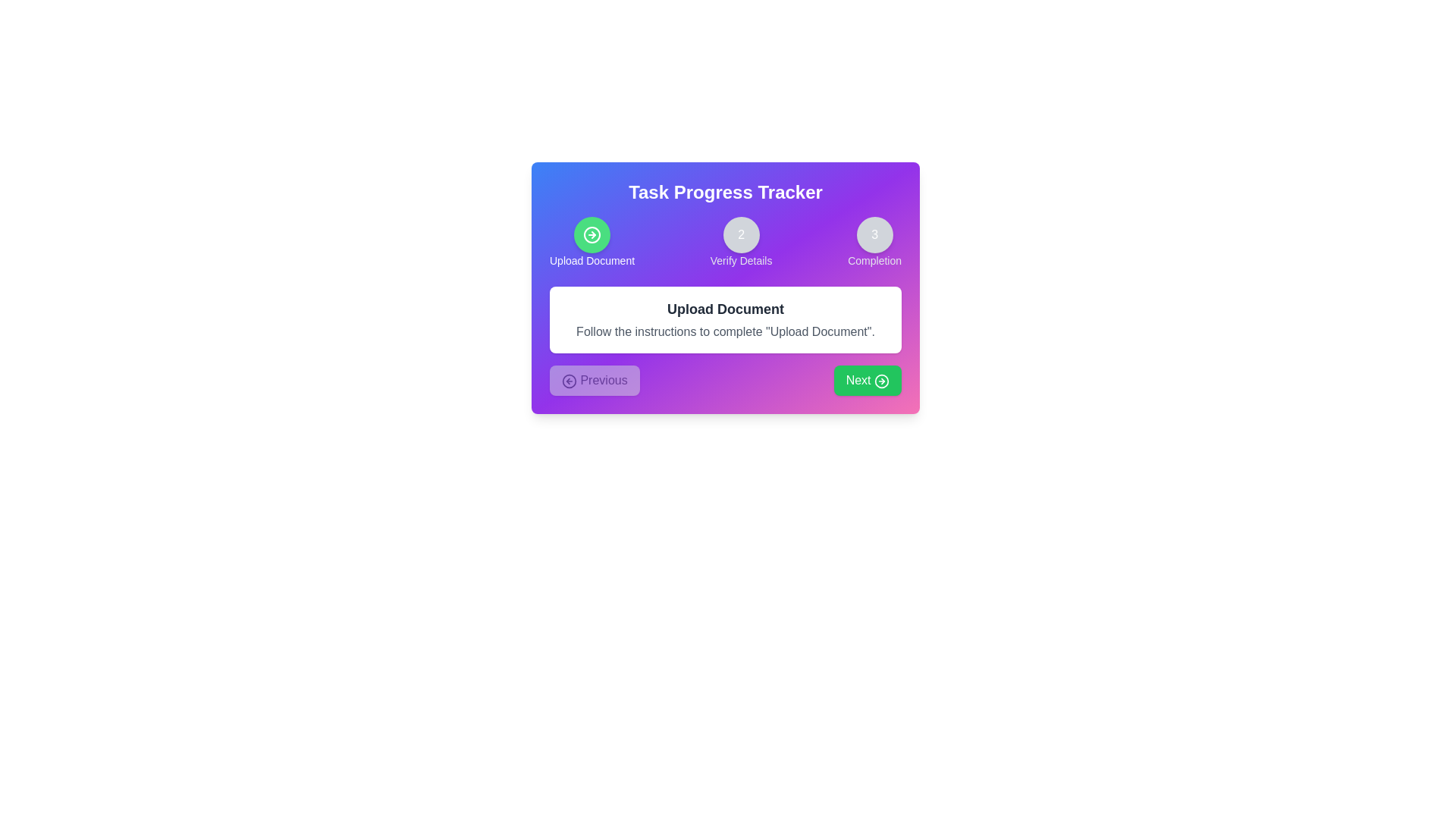 This screenshot has height=819, width=1456. What do you see at coordinates (591, 234) in the screenshot?
I see `the active step indicator represented by the green circle with a checkmark` at bounding box center [591, 234].